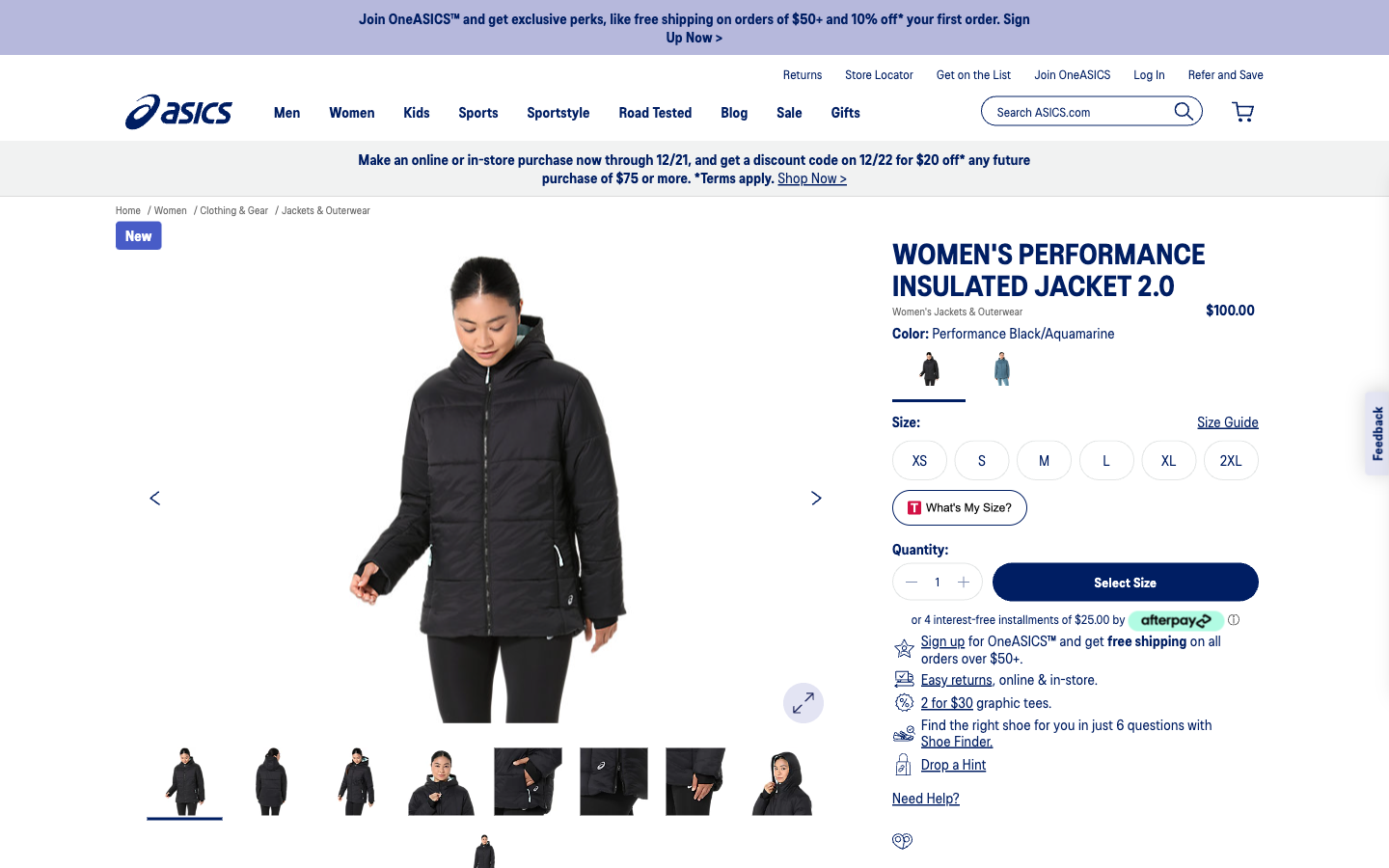 Image resolution: width=1389 pixels, height=868 pixels. What do you see at coordinates (815, 496) in the screenshot?
I see `Display the following photo of the product` at bounding box center [815, 496].